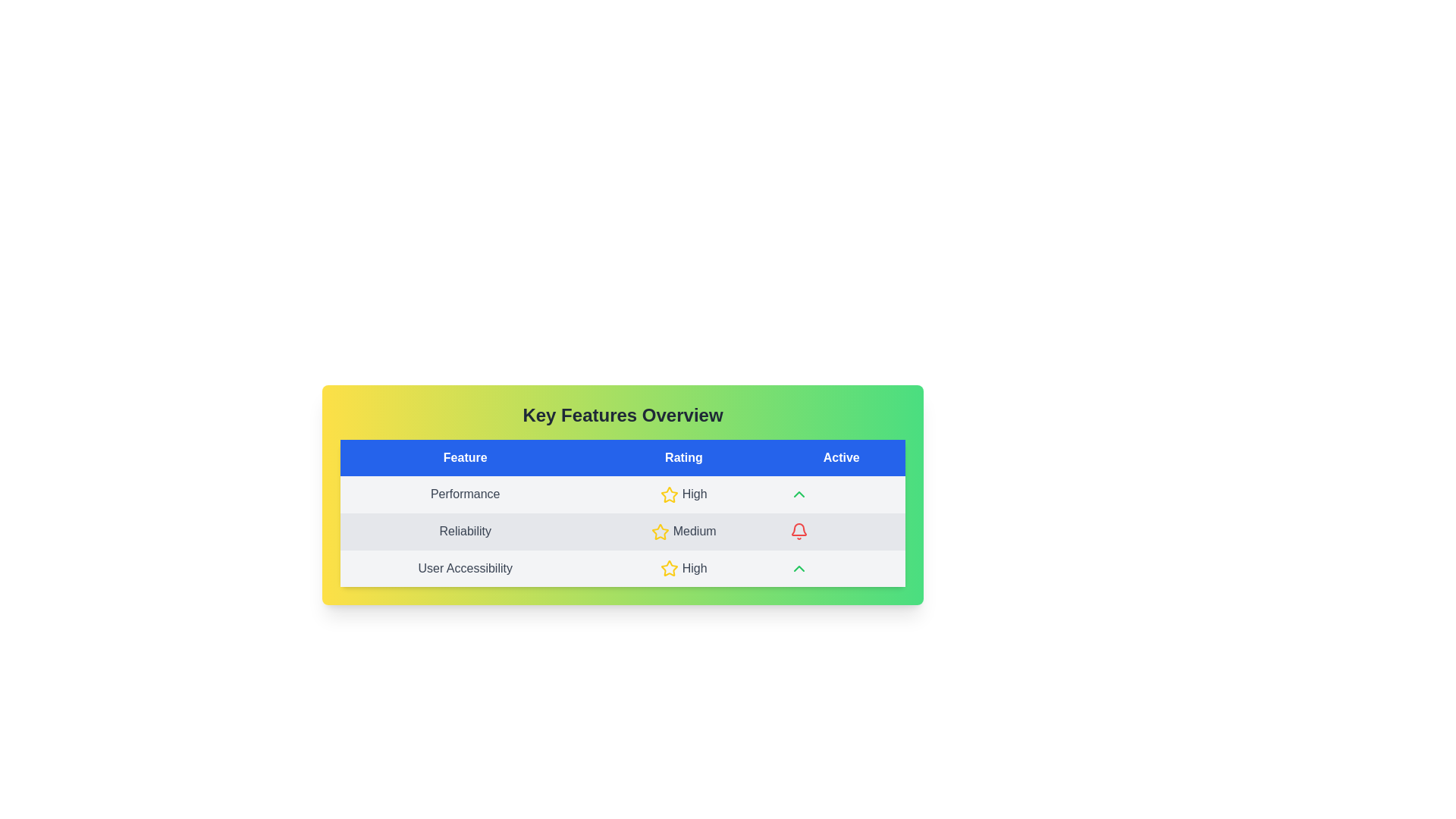  I want to click on the activation status icon for the 'Performance' feature located in the first row under the 'Active' column of the 'Key Features Overview' table, so click(798, 494).